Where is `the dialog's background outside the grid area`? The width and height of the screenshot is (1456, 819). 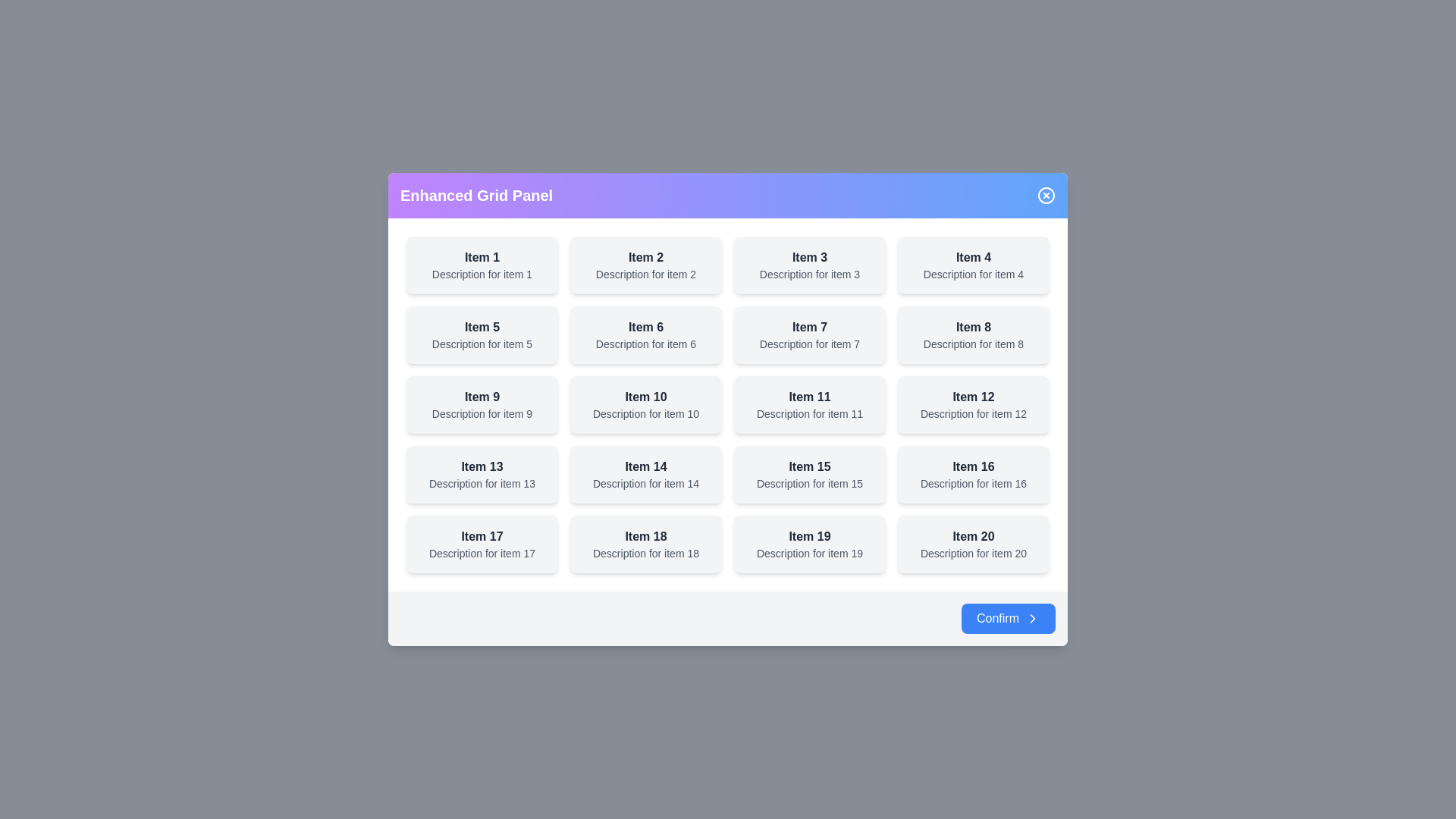
the dialog's background outside the grid area is located at coordinates (75, 76).